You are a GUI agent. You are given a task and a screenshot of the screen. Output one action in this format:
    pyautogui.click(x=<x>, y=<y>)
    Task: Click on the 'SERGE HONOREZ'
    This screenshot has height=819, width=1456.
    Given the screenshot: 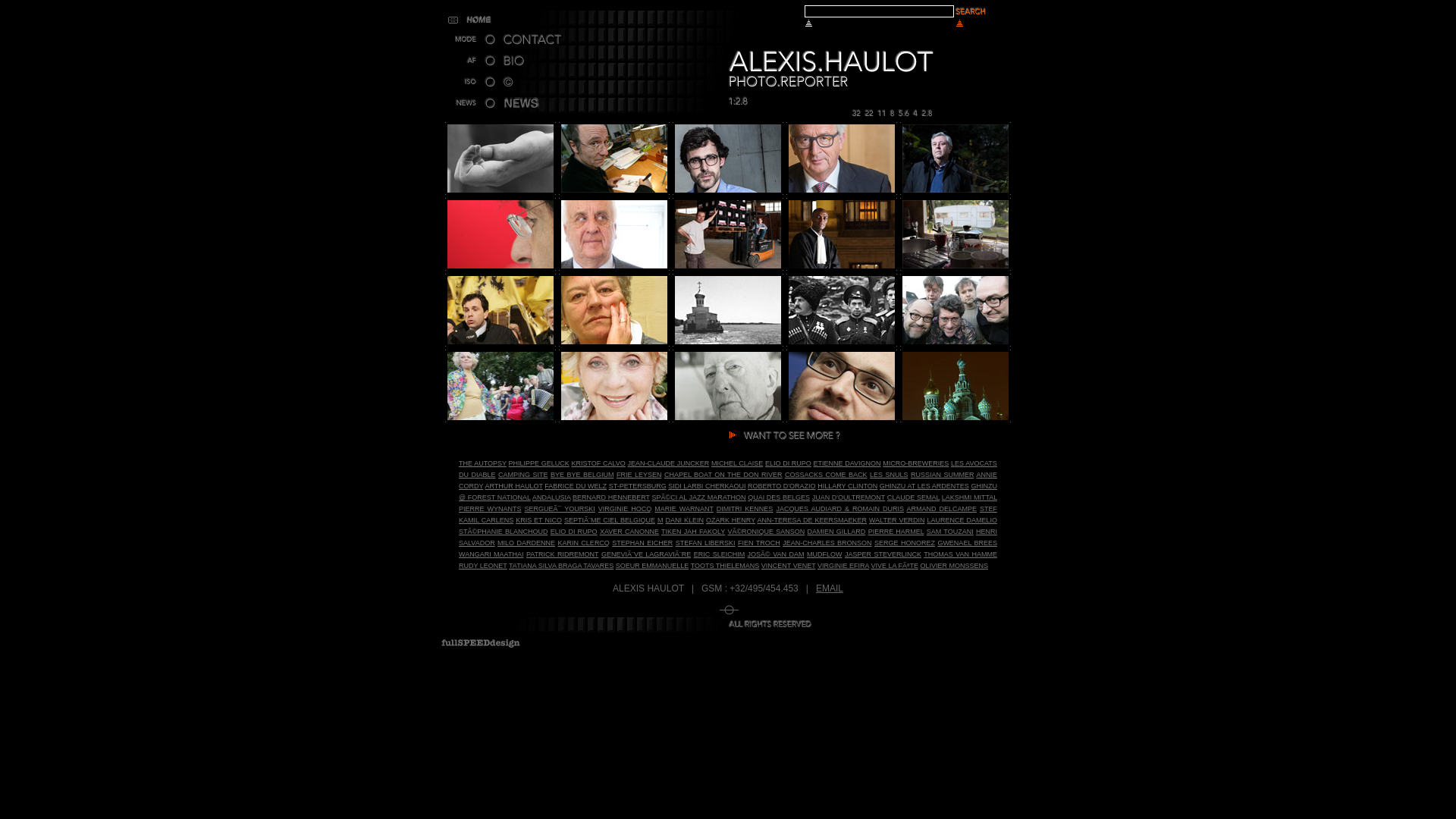 What is the action you would take?
    pyautogui.click(x=874, y=542)
    